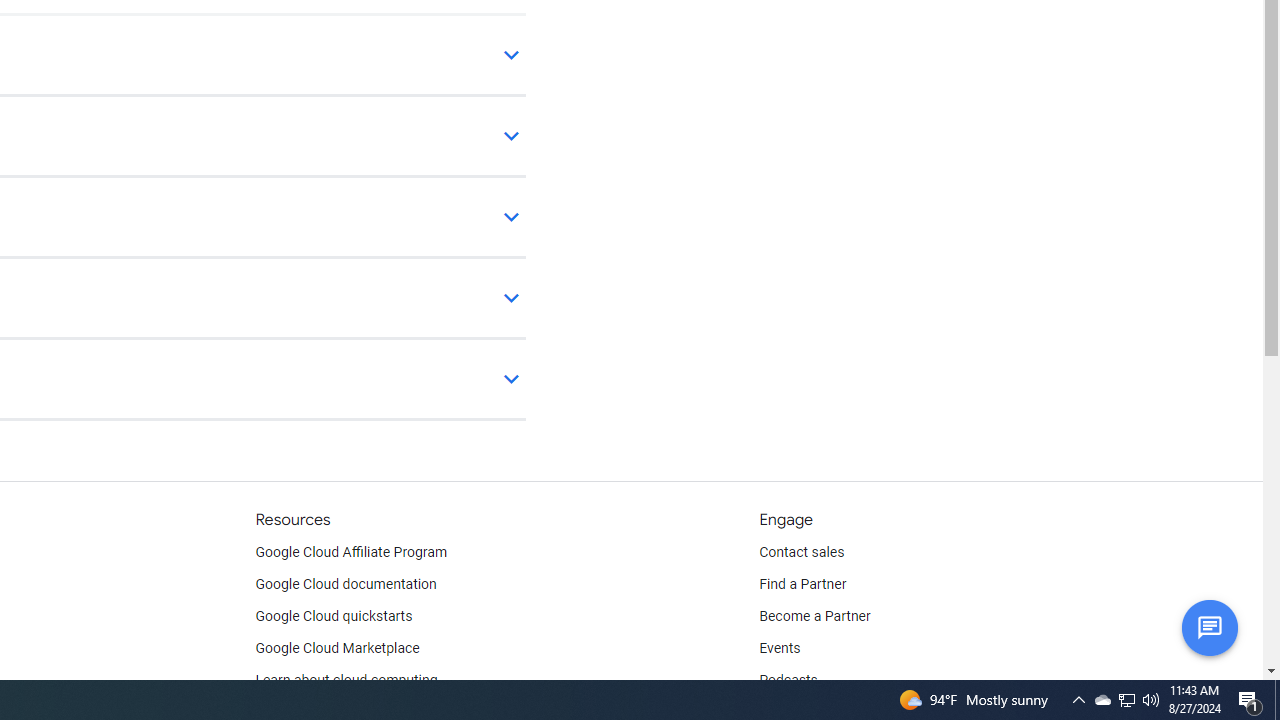 The height and width of the screenshot is (720, 1280). I want to click on 'Google Cloud quickstarts', so click(334, 616).